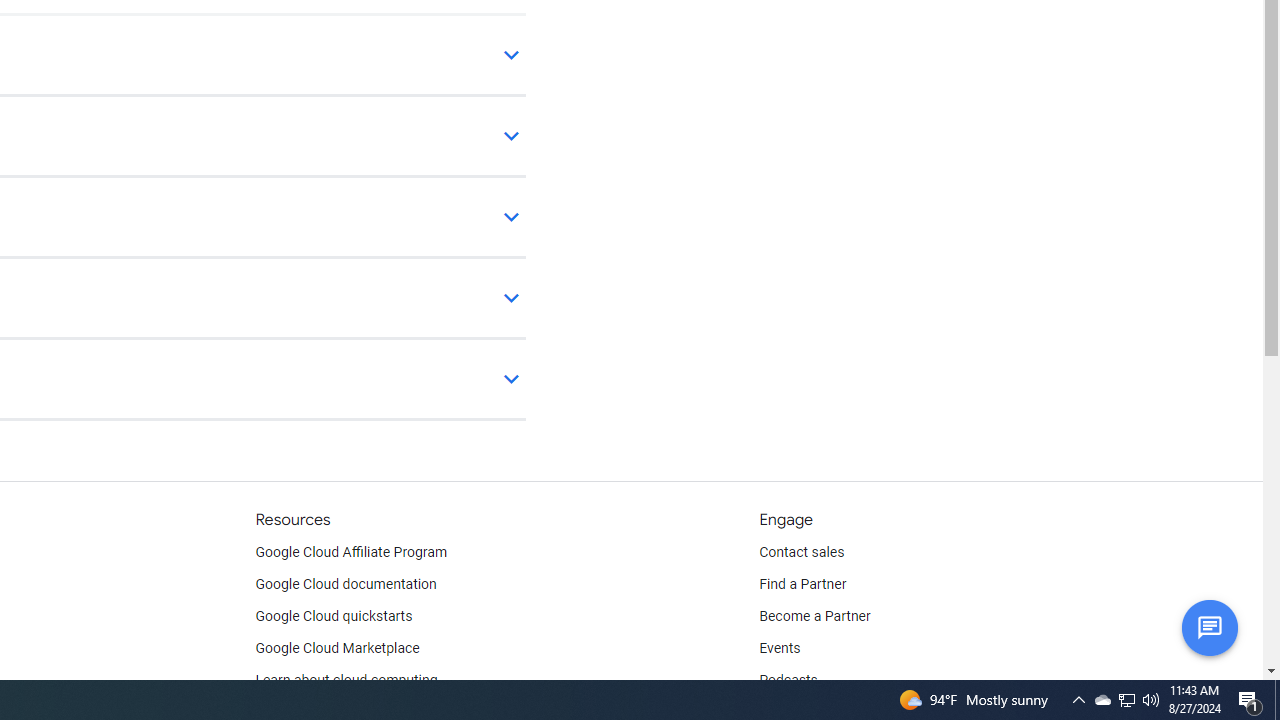 The height and width of the screenshot is (720, 1280). I want to click on 'Google Cloud quickstarts', so click(334, 616).